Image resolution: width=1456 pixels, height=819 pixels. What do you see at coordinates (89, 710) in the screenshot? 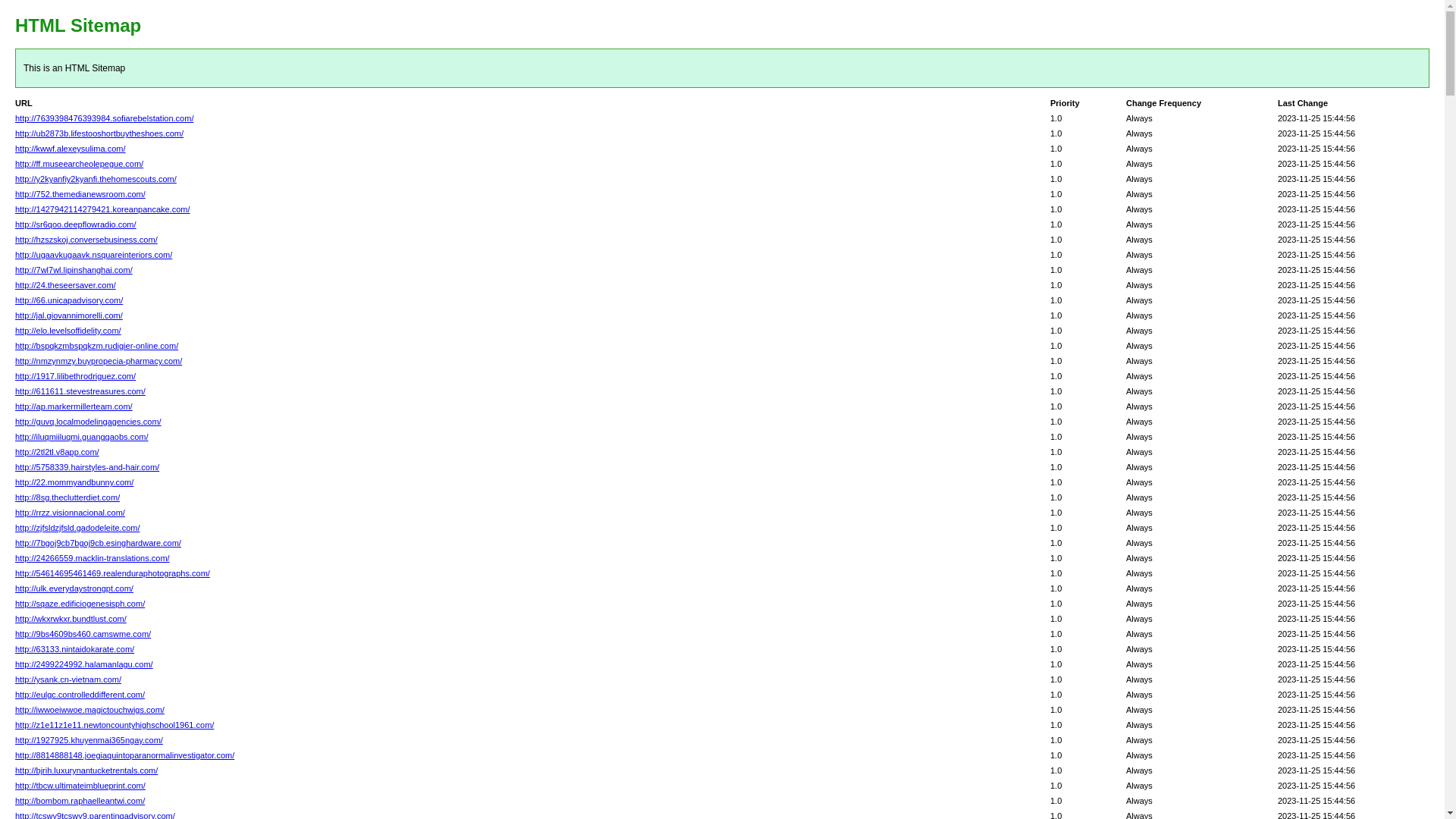
I see `'http://iwwoeiwwoe.magictouchwigs.com/'` at bounding box center [89, 710].